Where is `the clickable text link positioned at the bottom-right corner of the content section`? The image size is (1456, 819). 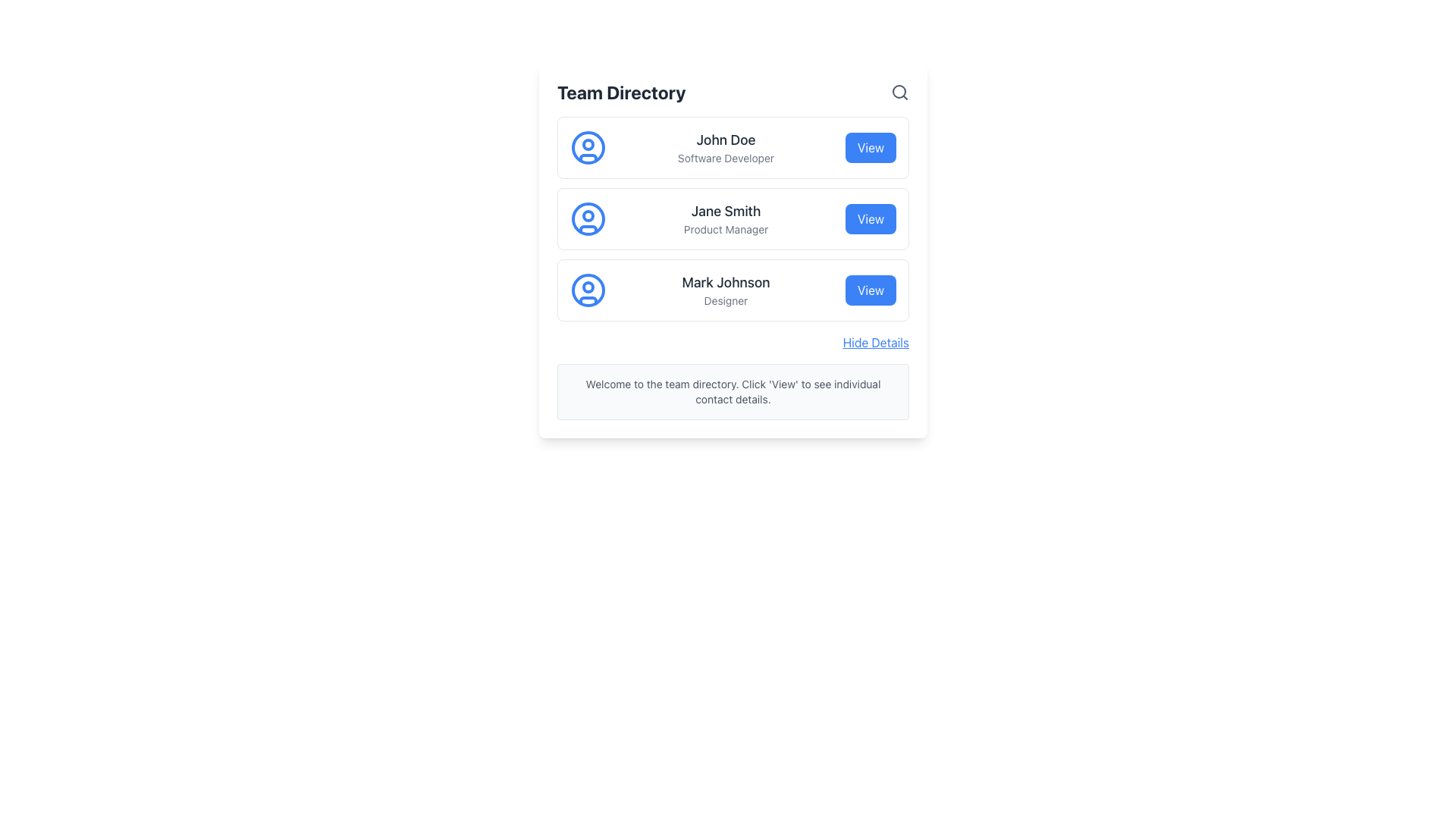
the clickable text link positioned at the bottom-right corner of the content section is located at coordinates (876, 342).